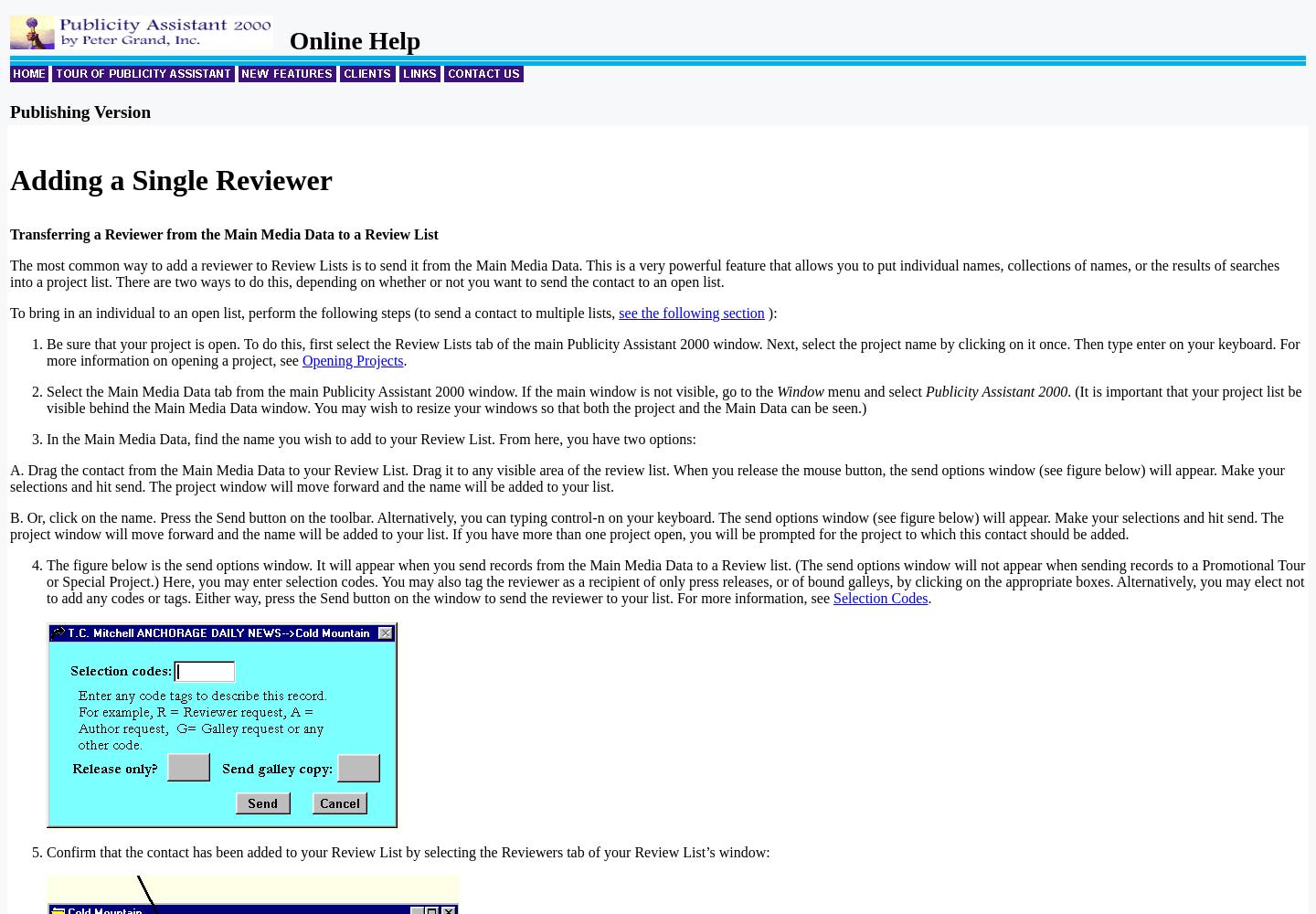  Describe the element at coordinates (769, 312) in the screenshot. I see `'):'` at that location.